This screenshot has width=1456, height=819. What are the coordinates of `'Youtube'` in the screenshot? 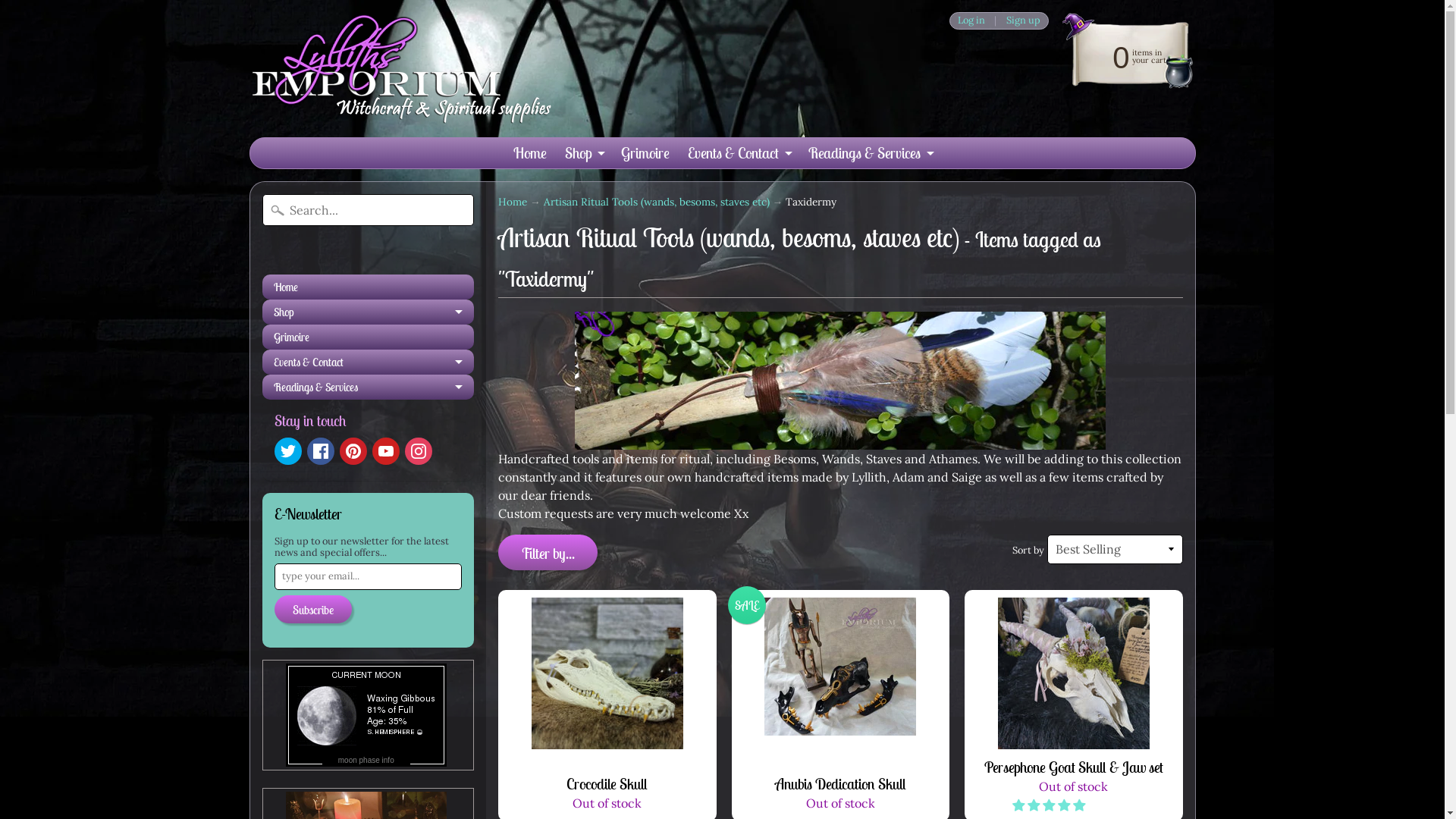 It's located at (385, 450).